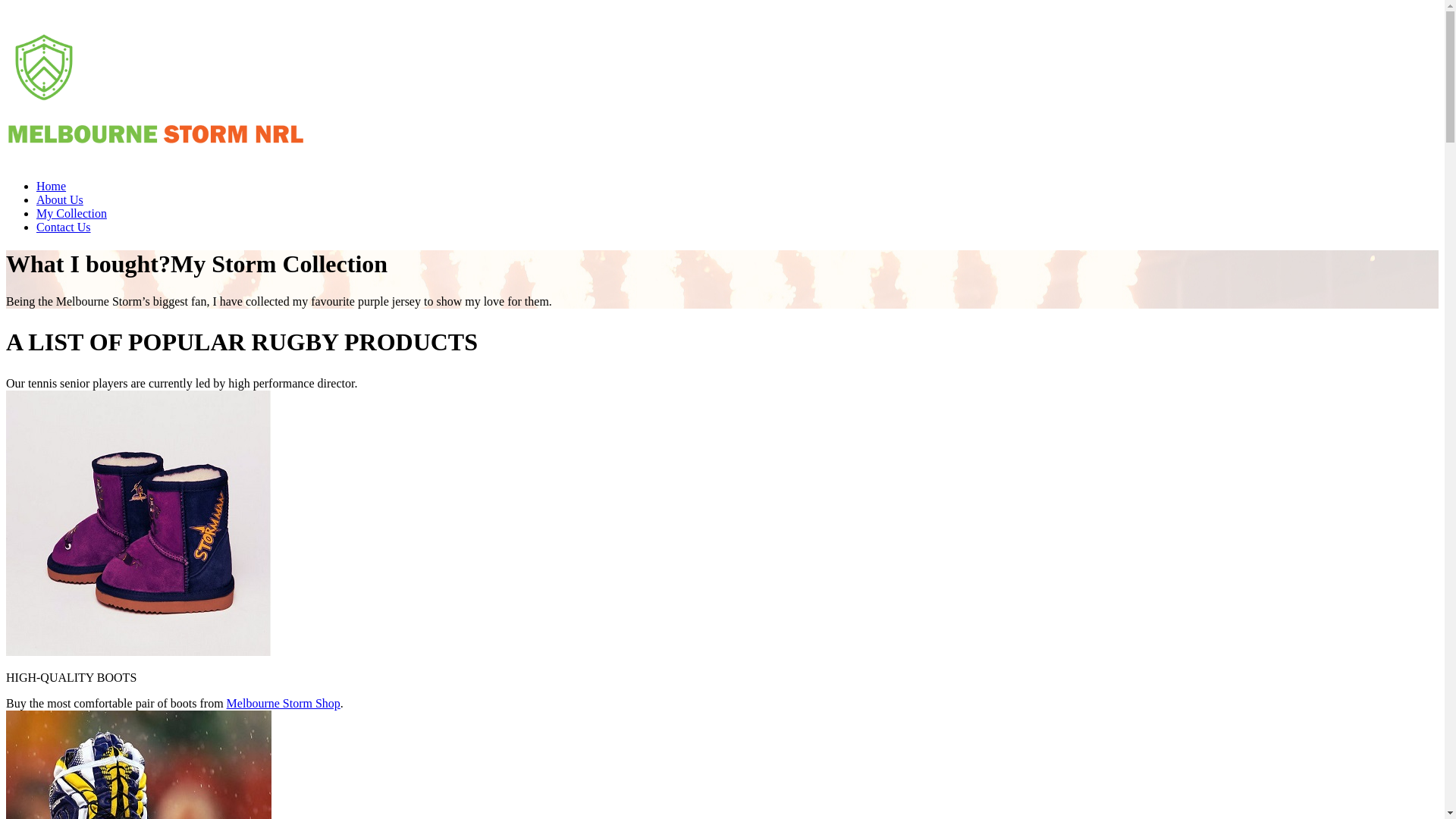  What do you see at coordinates (51, 185) in the screenshot?
I see `'Home'` at bounding box center [51, 185].